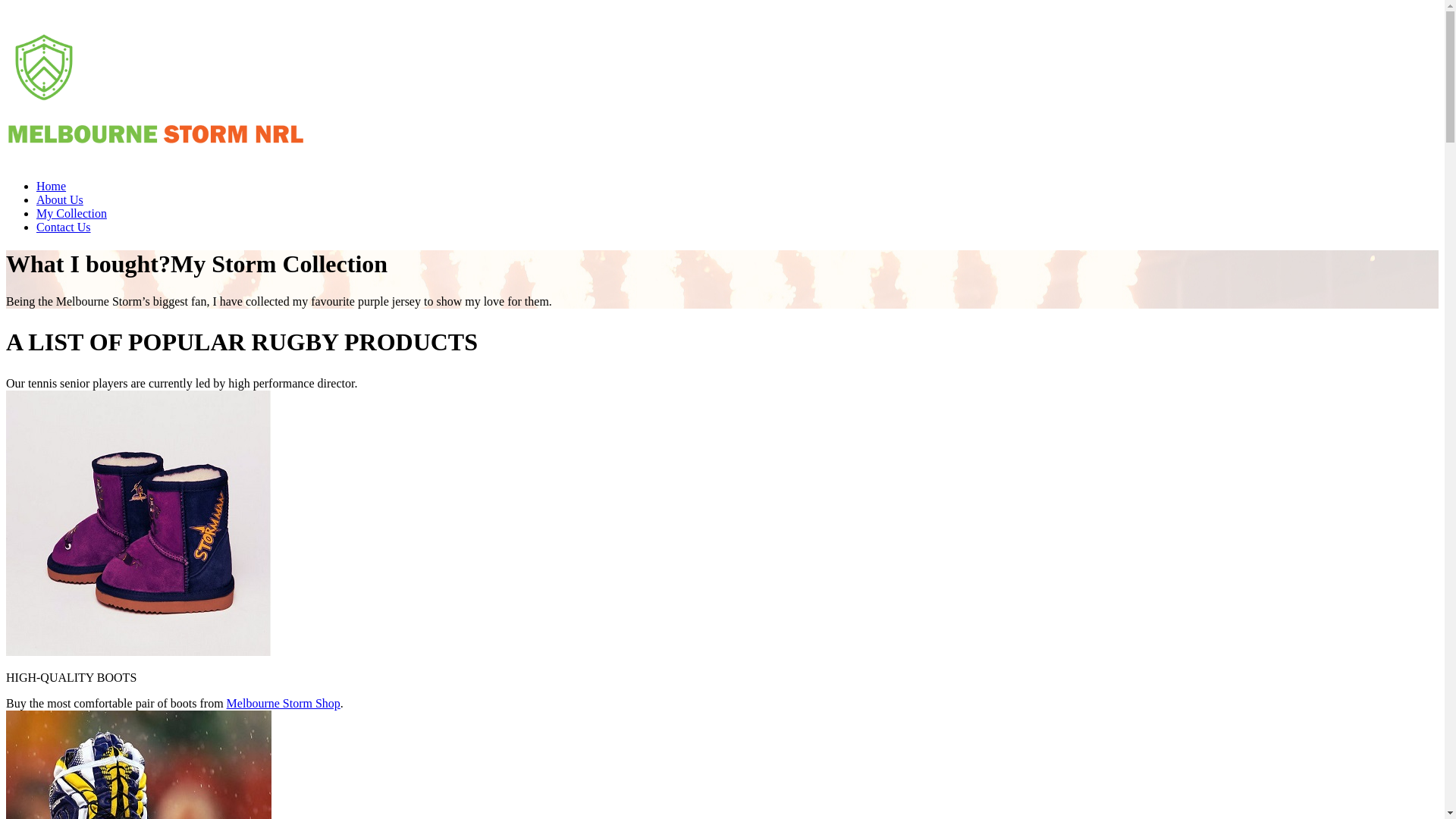  What do you see at coordinates (51, 185) in the screenshot?
I see `'Home'` at bounding box center [51, 185].